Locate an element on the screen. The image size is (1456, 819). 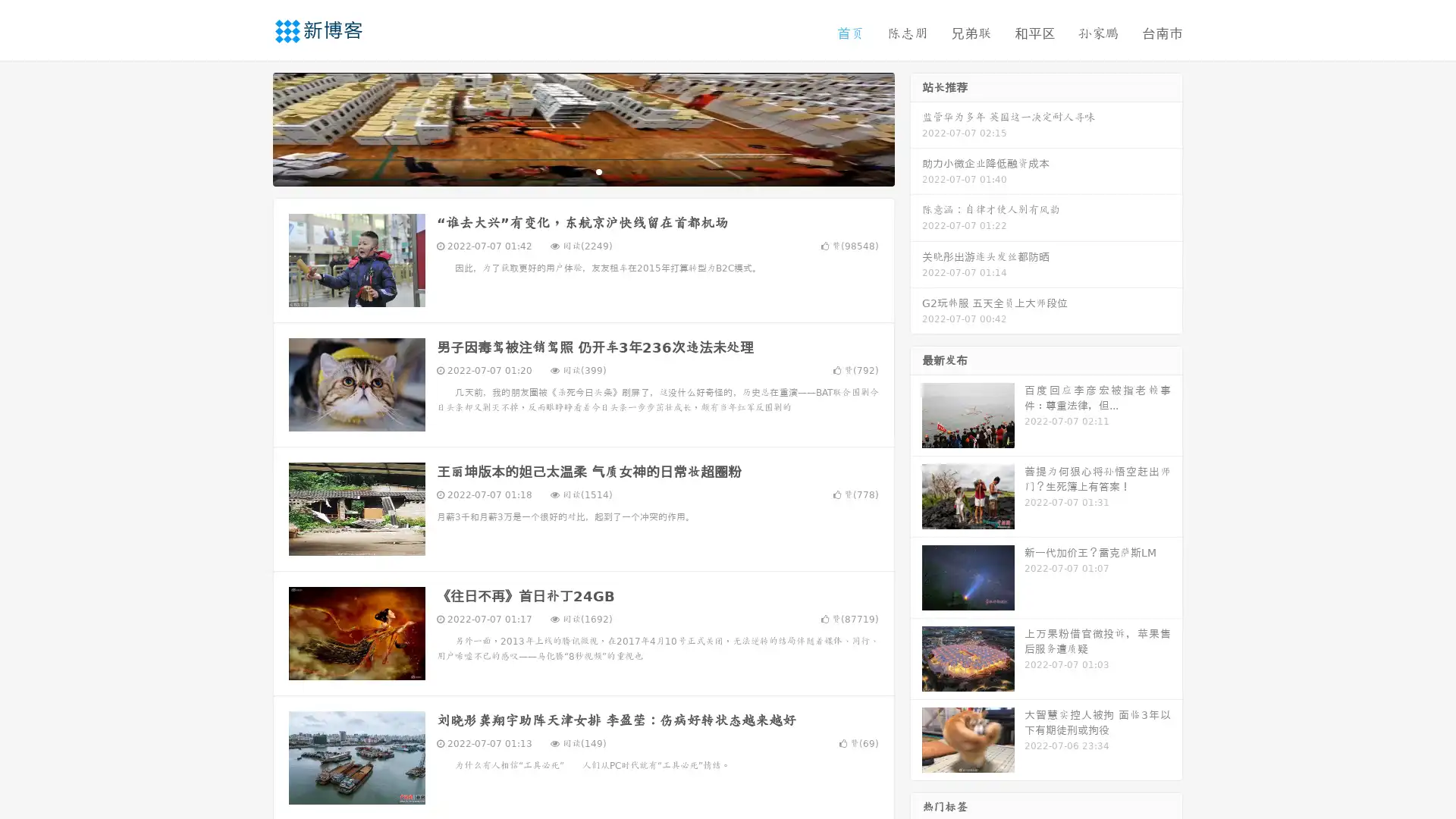
Next slide is located at coordinates (916, 127).